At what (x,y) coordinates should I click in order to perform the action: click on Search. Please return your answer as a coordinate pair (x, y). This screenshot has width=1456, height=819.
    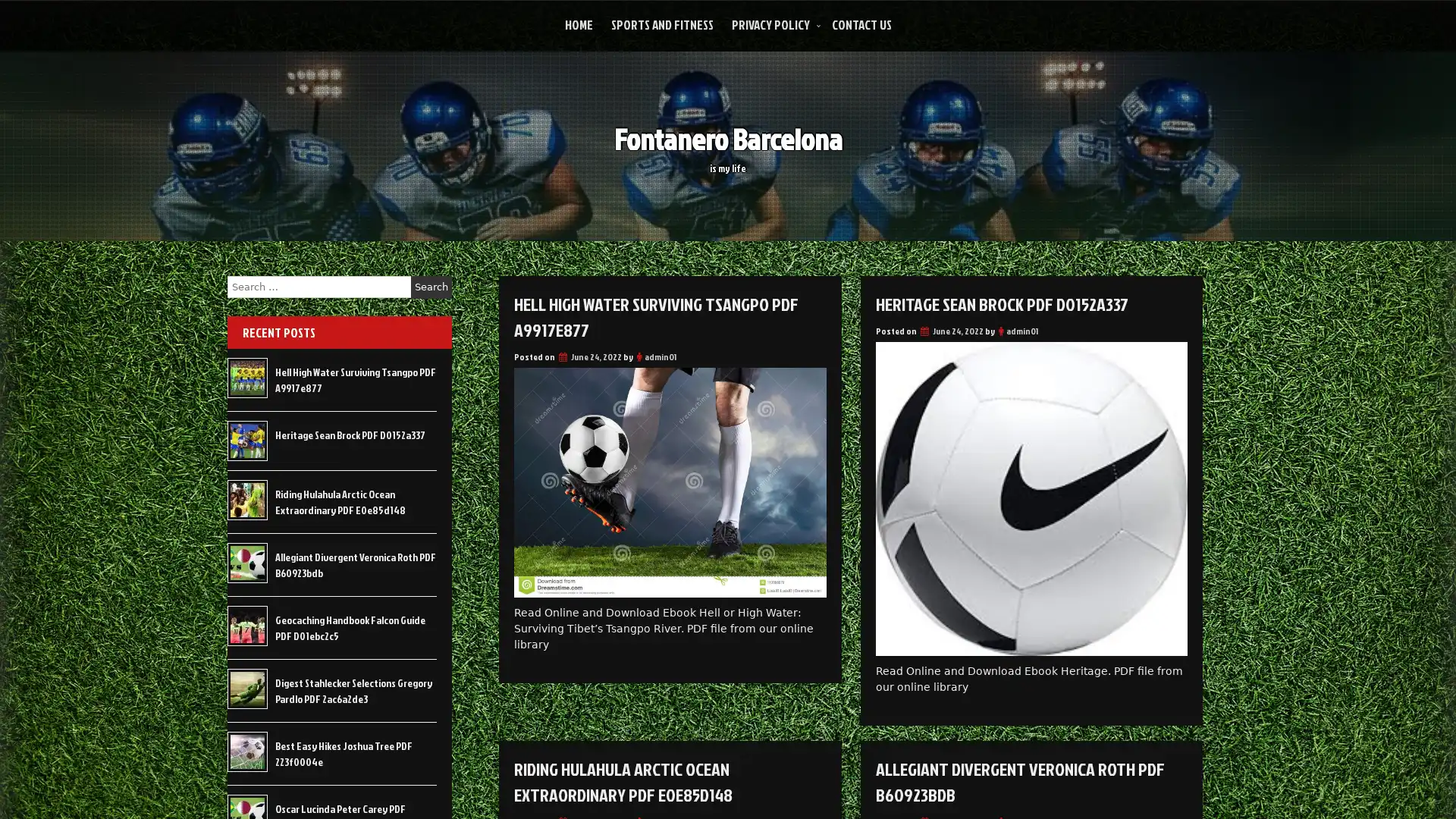
    Looking at the image, I should click on (431, 287).